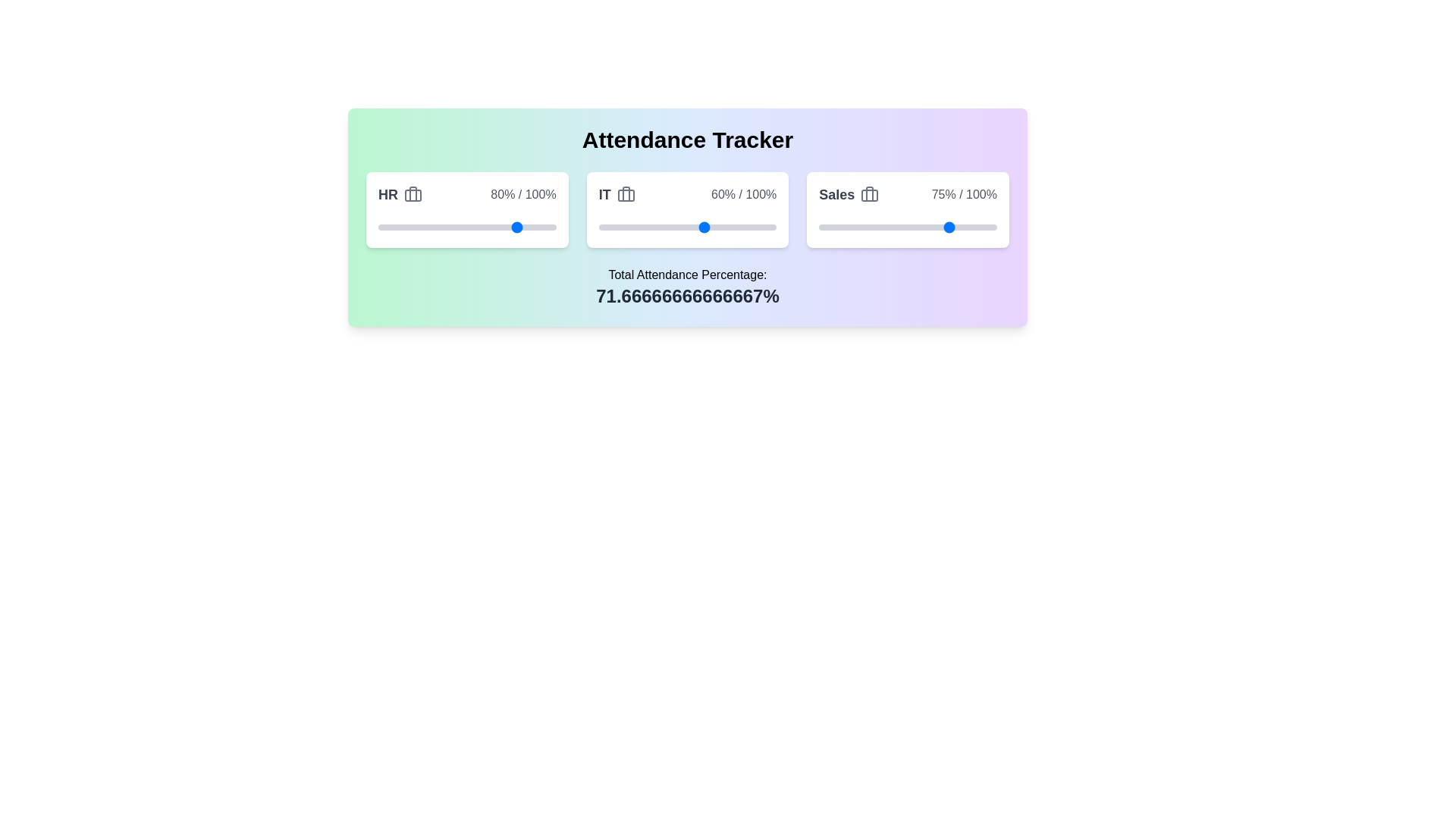 The width and height of the screenshot is (1456, 819). Describe the element at coordinates (400, 194) in the screenshot. I see `the Human Resources Text and Icon Label, which is located on the leftmost side of the Attendance Tracker interface, above the progress bar and percentage indicator` at that location.